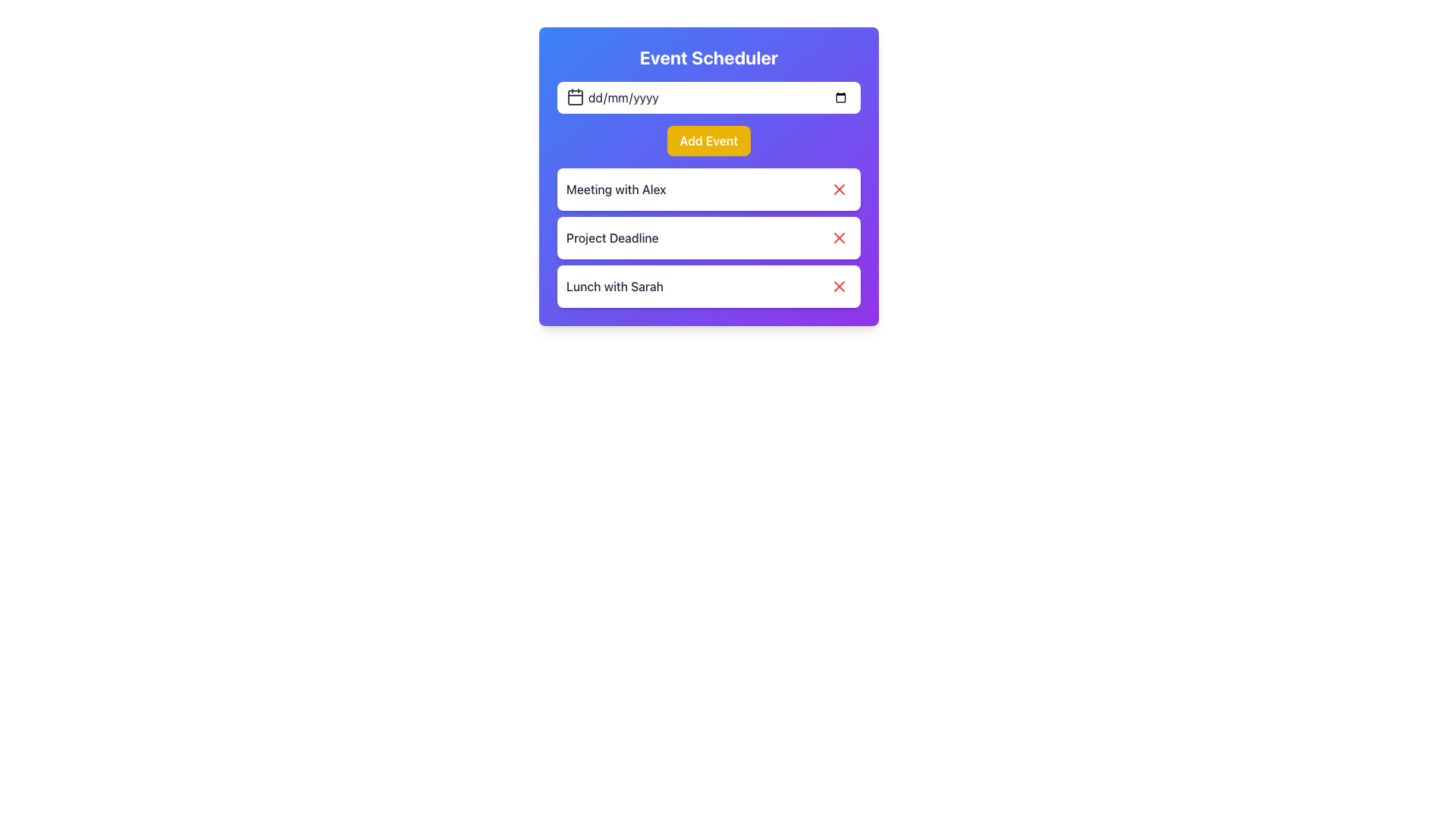 This screenshot has width=1456, height=819. I want to click on the delete button located to the right of 'Lunch with Sarah' in the third list item, so click(839, 287).